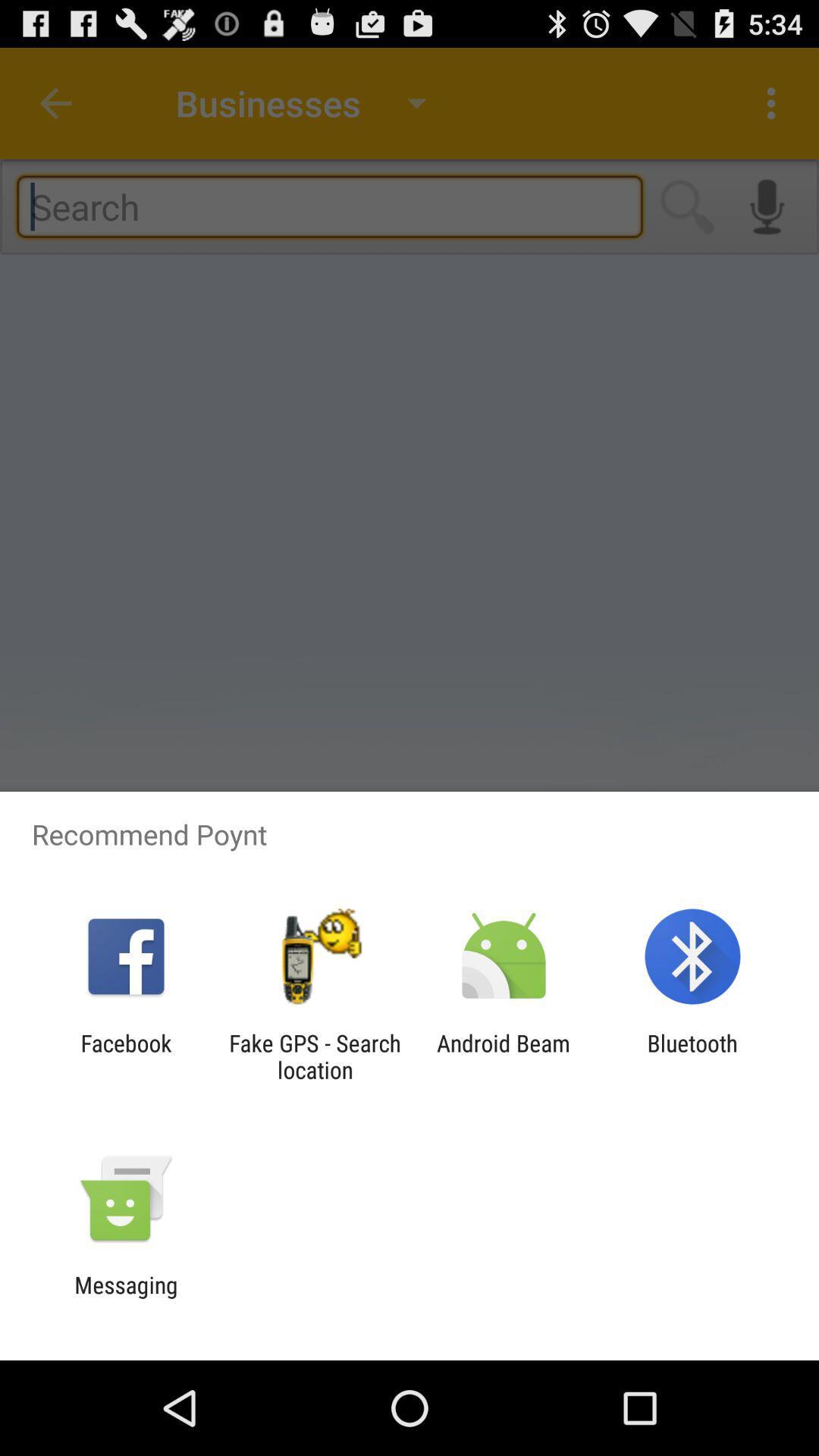 The height and width of the screenshot is (1456, 819). I want to click on the bluetooth item, so click(692, 1056).